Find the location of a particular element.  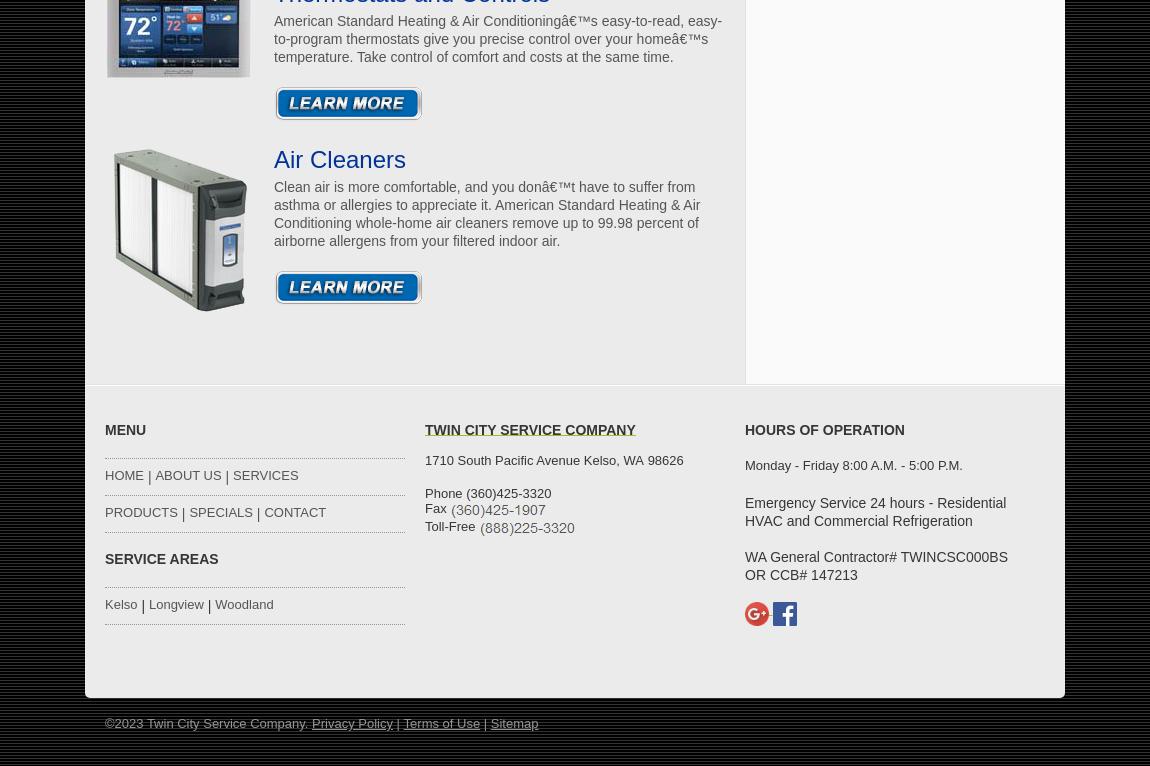

'ABOUT US' is located at coordinates (154, 474).